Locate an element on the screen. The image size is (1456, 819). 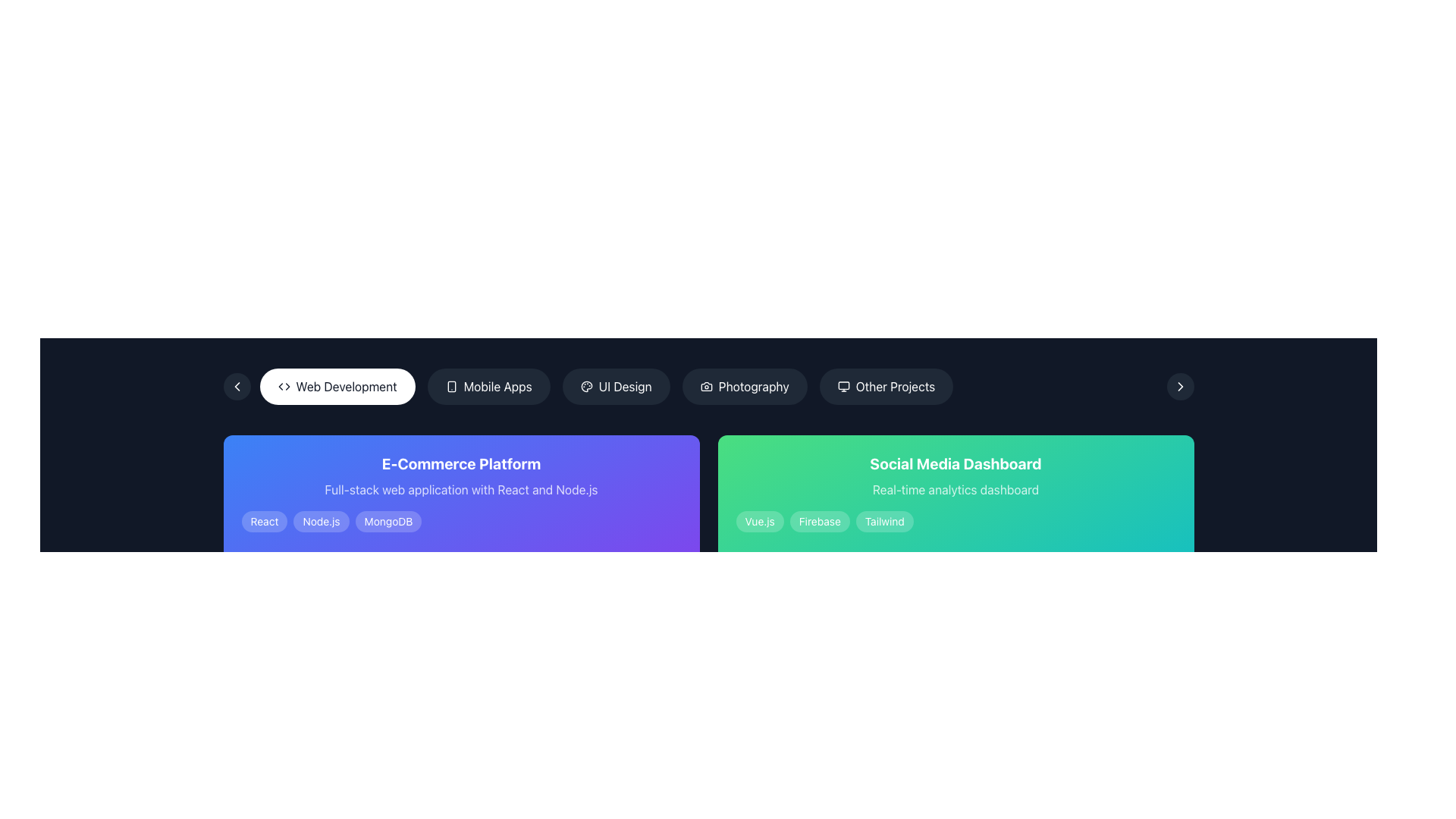
the small circular button with a dark gray background and a white chevron pointing is located at coordinates (1179, 385).